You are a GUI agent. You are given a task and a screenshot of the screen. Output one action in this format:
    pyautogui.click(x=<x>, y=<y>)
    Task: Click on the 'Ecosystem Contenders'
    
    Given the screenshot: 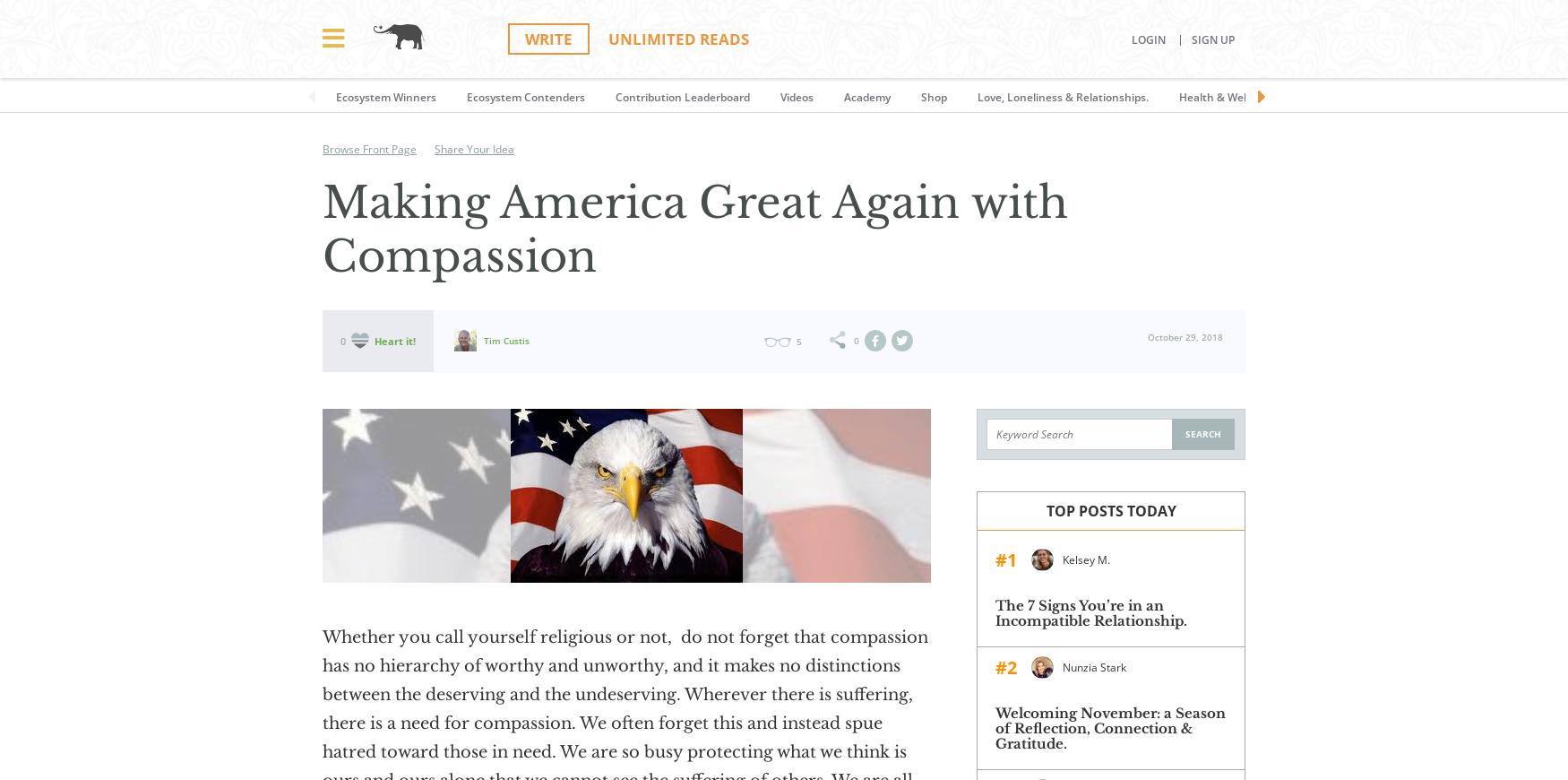 What is the action you would take?
    pyautogui.click(x=465, y=96)
    